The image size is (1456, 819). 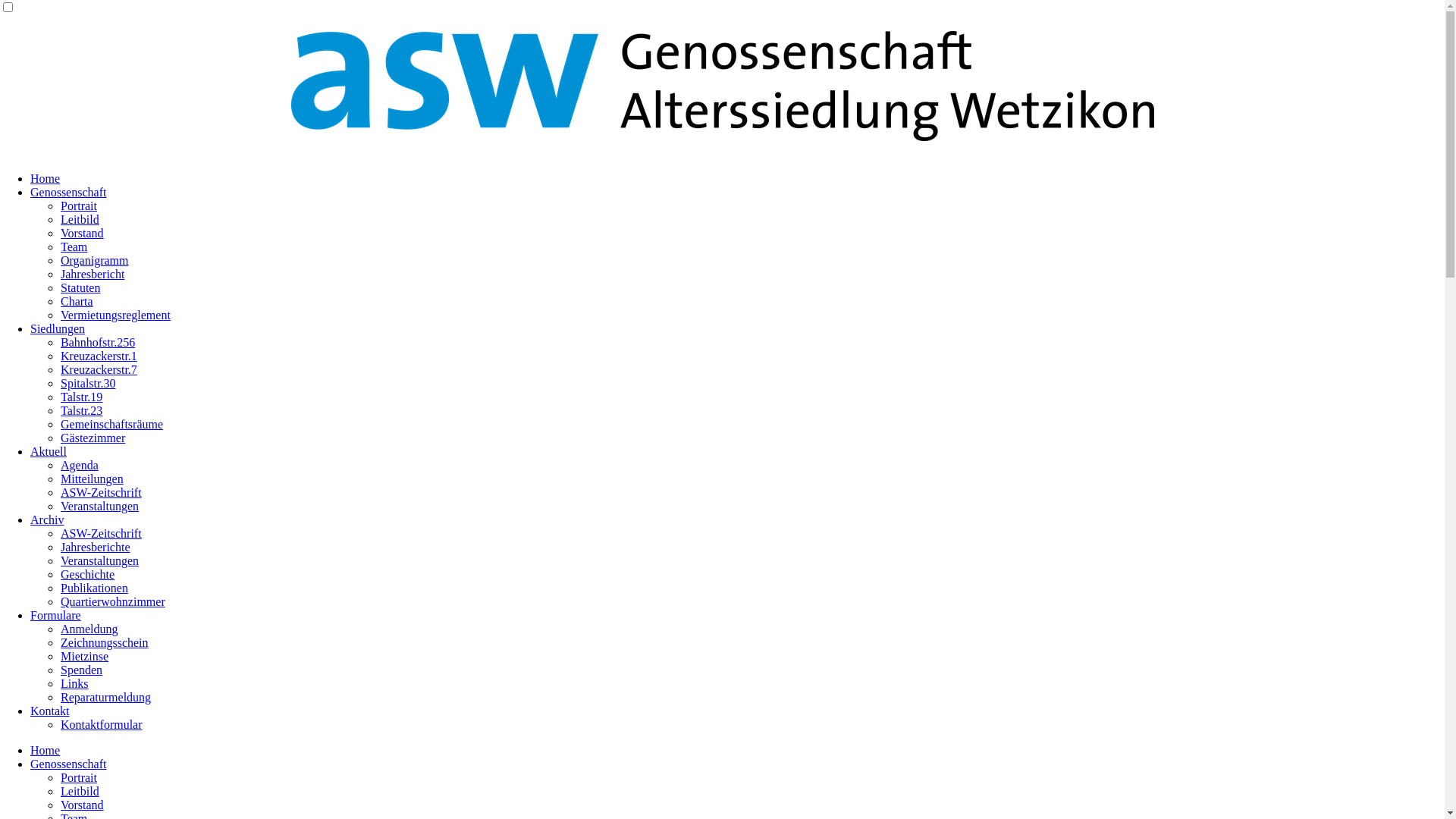 I want to click on 'Siedlungen', so click(x=58, y=328).